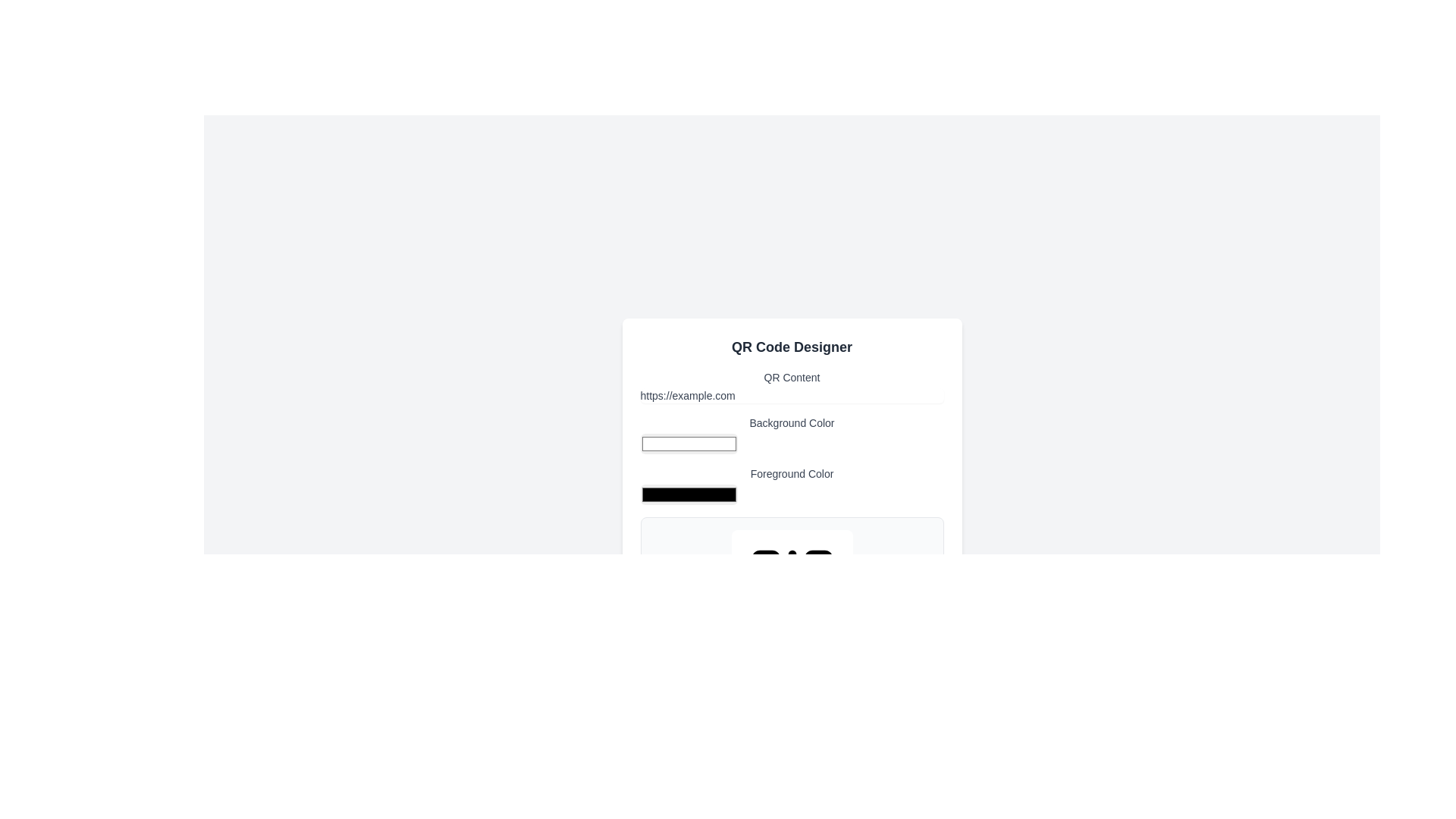 This screenshot has height=819, width=1456. Describe the element at coordinates (791, 590) in the screenshot. I see `the QR code, which is the main and only graphical element centered in the lower part of the interface` at that location.